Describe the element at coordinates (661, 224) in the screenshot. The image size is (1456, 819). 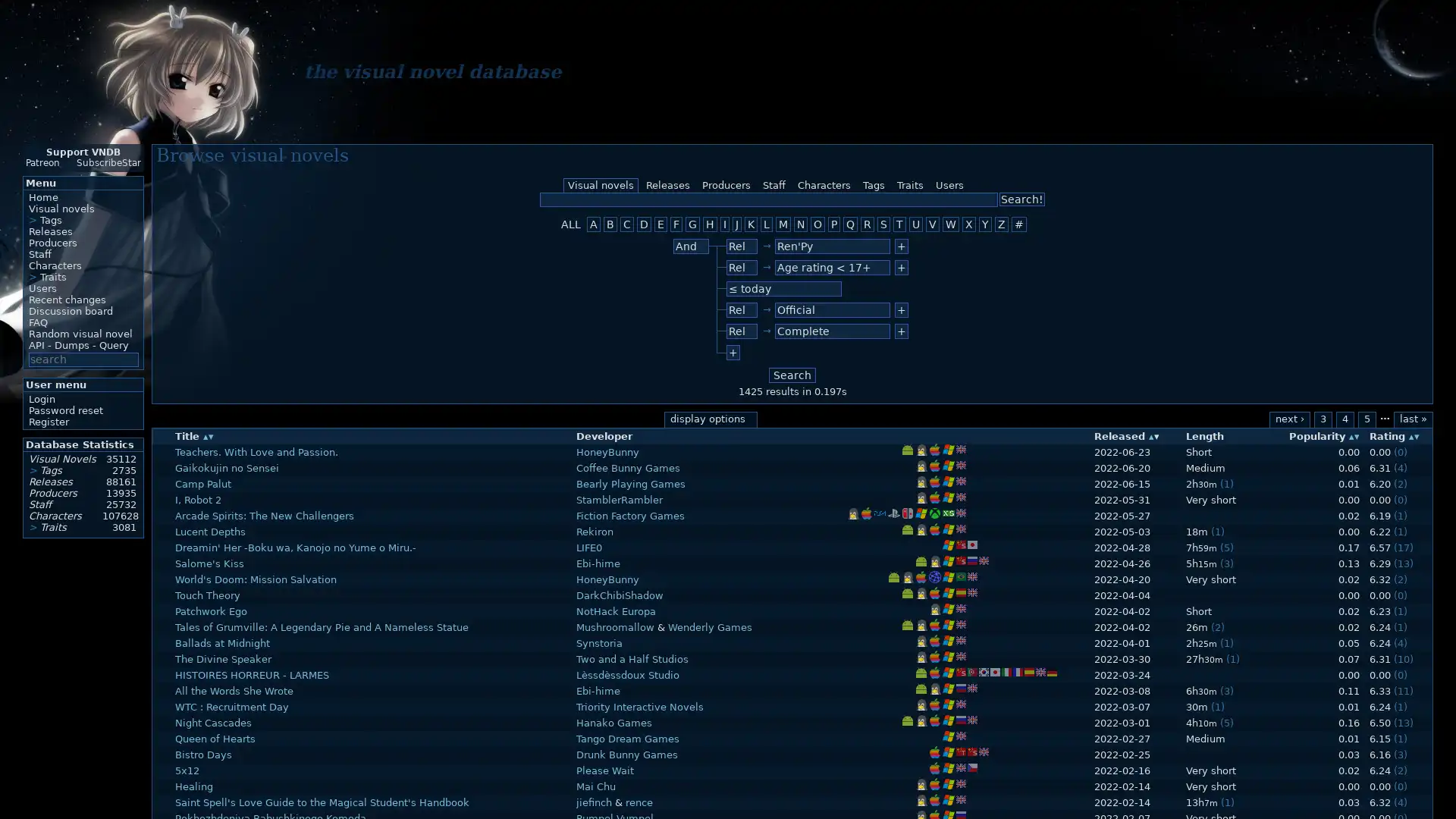
I see `E` at that location.